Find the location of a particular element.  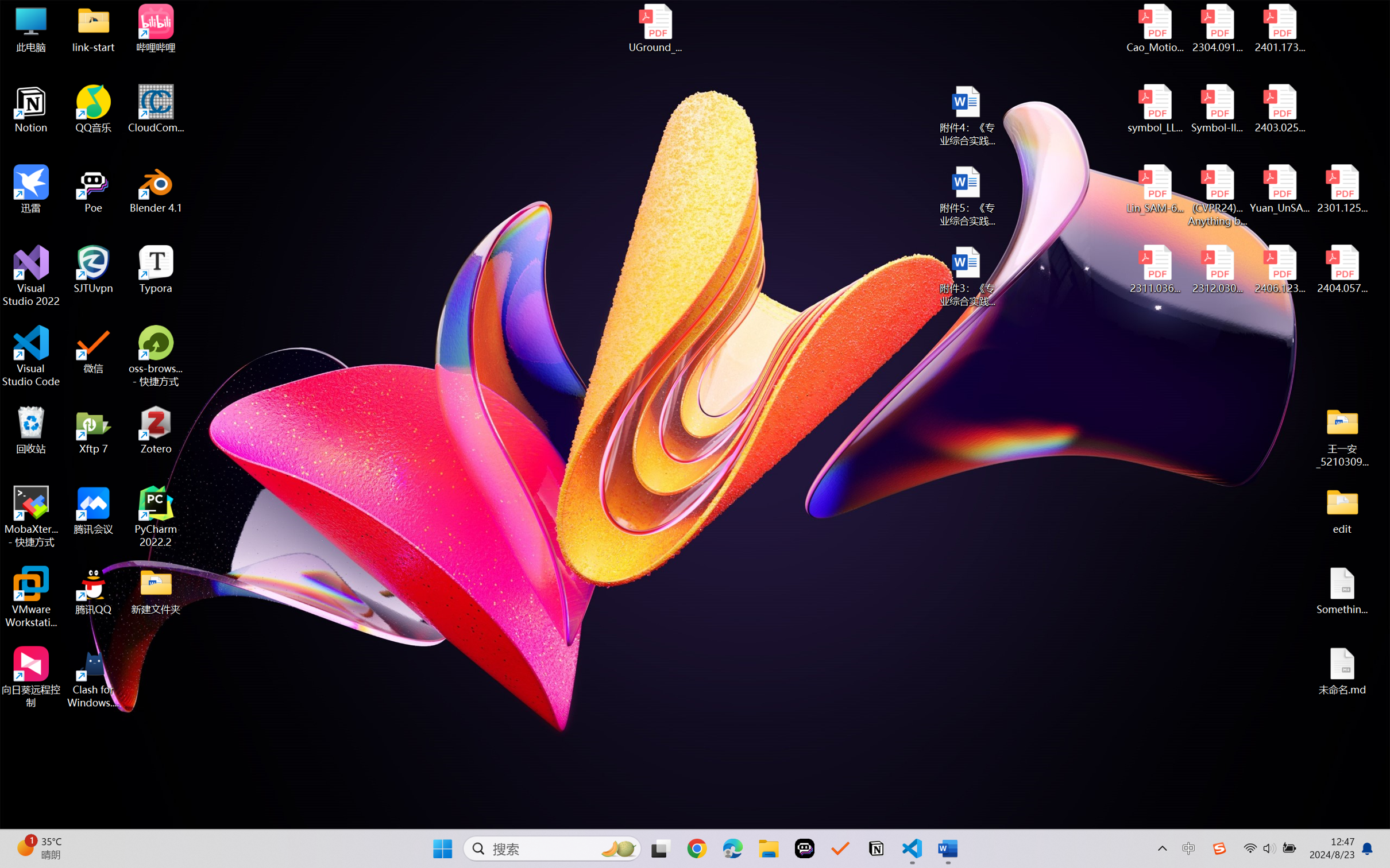

'2311.03658v2.pdf' is located at coordinates (1155, 269).